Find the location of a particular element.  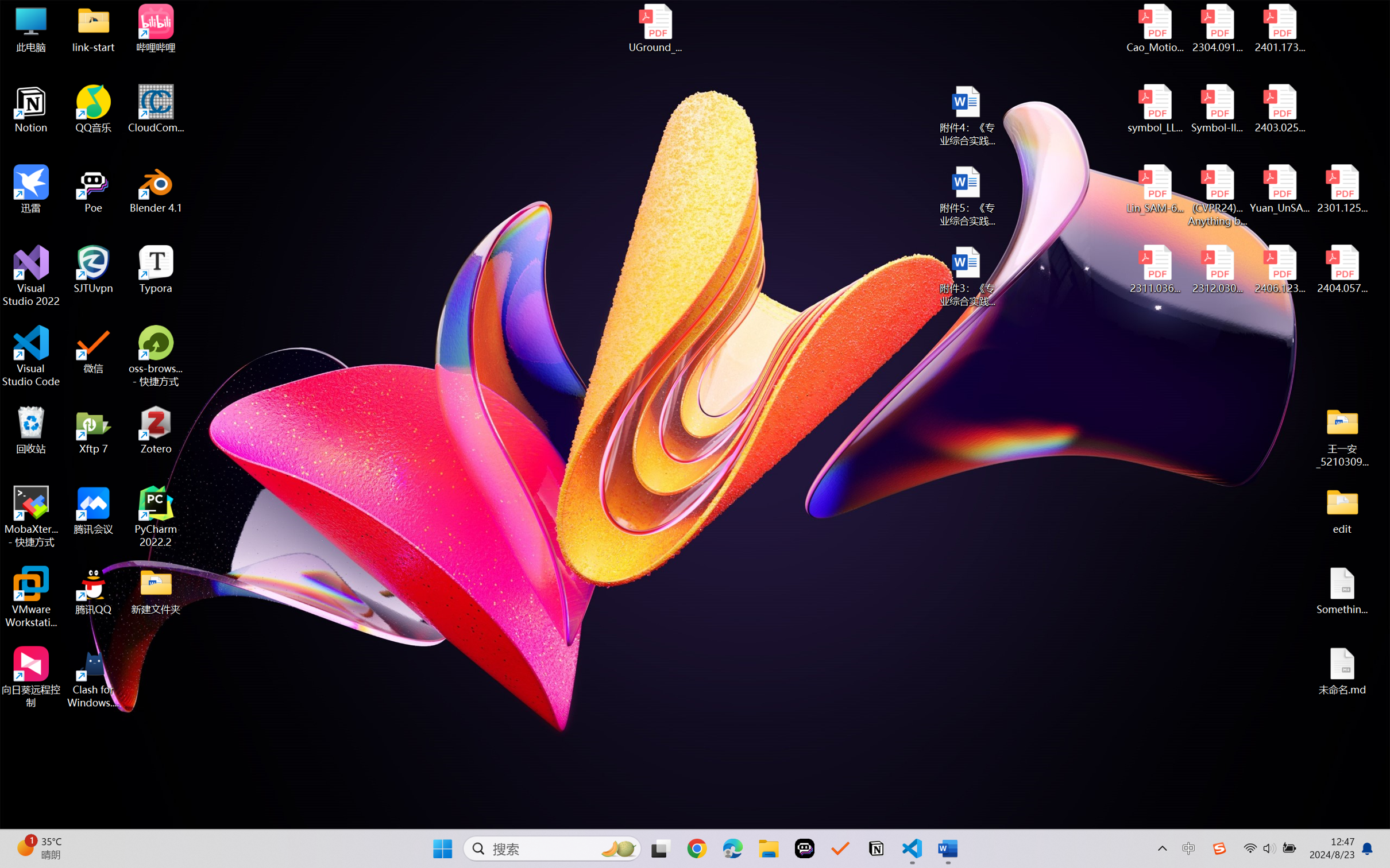

'2311.03658v2.pdf' is located at coordinates (1155, 269).